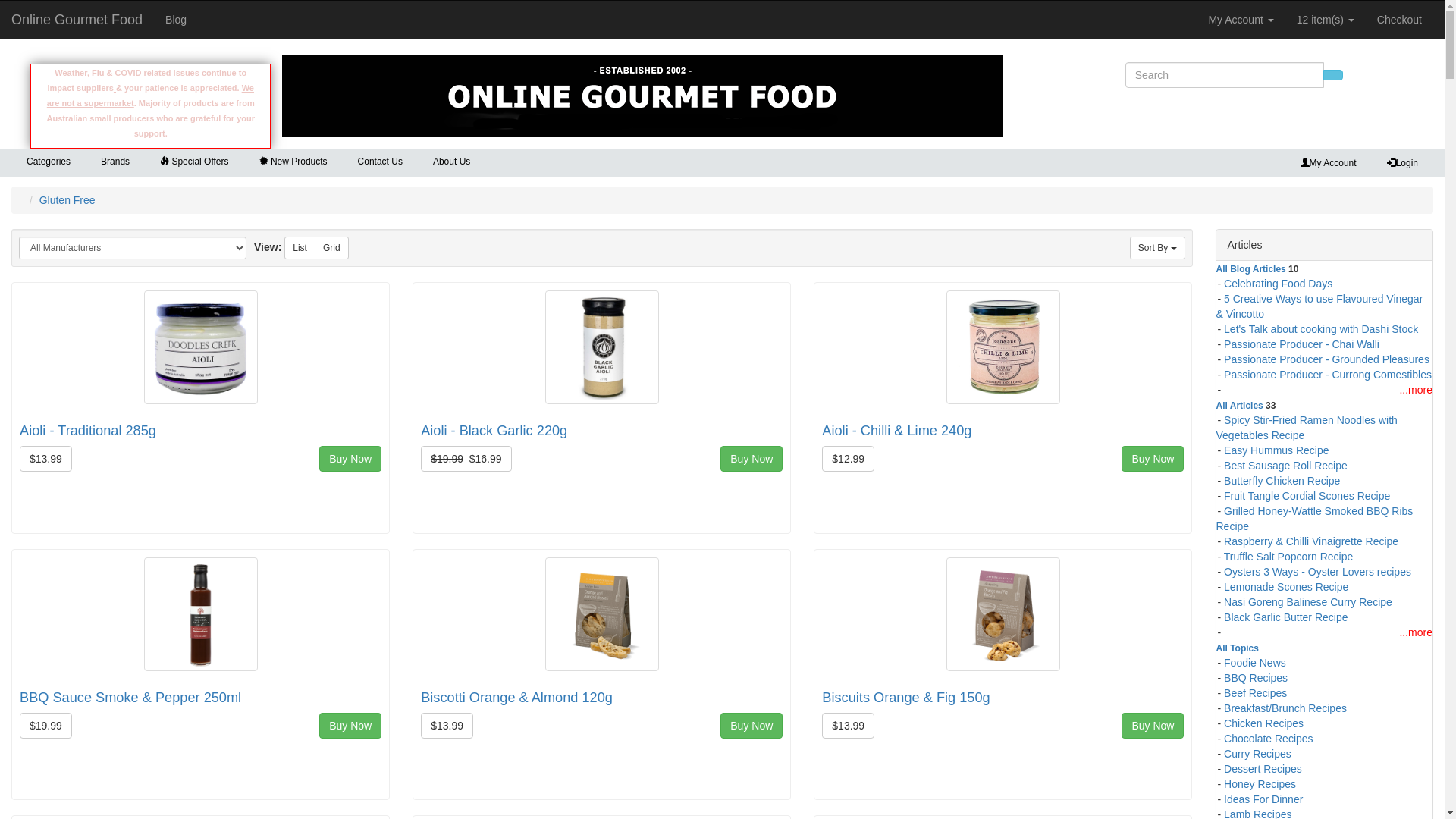 The width and height of the screenshot is (1456, 819). I want to click on 'Online Gourmet Food', so click(76, 20).